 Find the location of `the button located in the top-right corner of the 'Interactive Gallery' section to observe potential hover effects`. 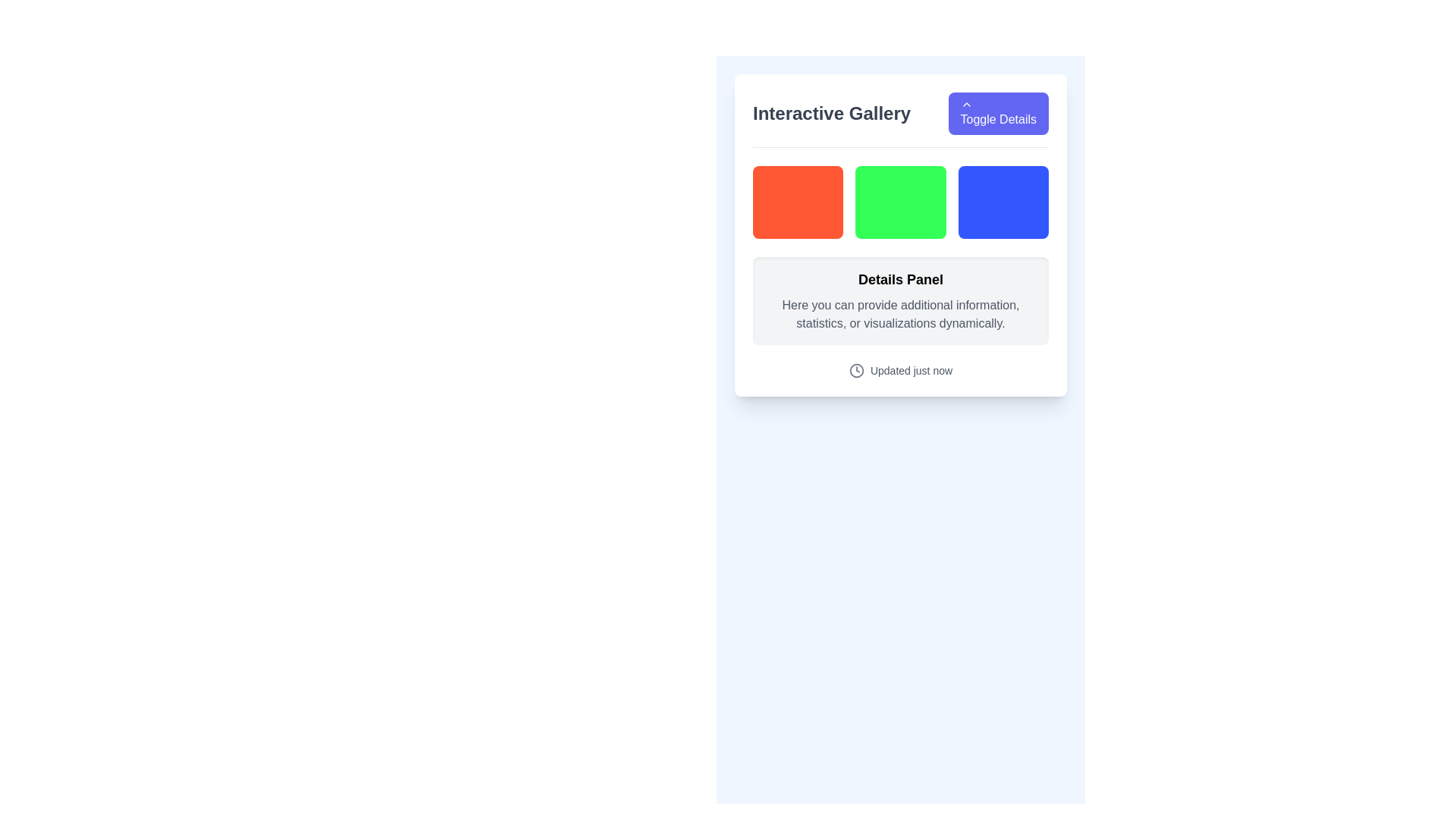

the button located in the top-right corner of the 'Interactive Gallery' section to observe potential hover effects is located at coordinates (998, 113).